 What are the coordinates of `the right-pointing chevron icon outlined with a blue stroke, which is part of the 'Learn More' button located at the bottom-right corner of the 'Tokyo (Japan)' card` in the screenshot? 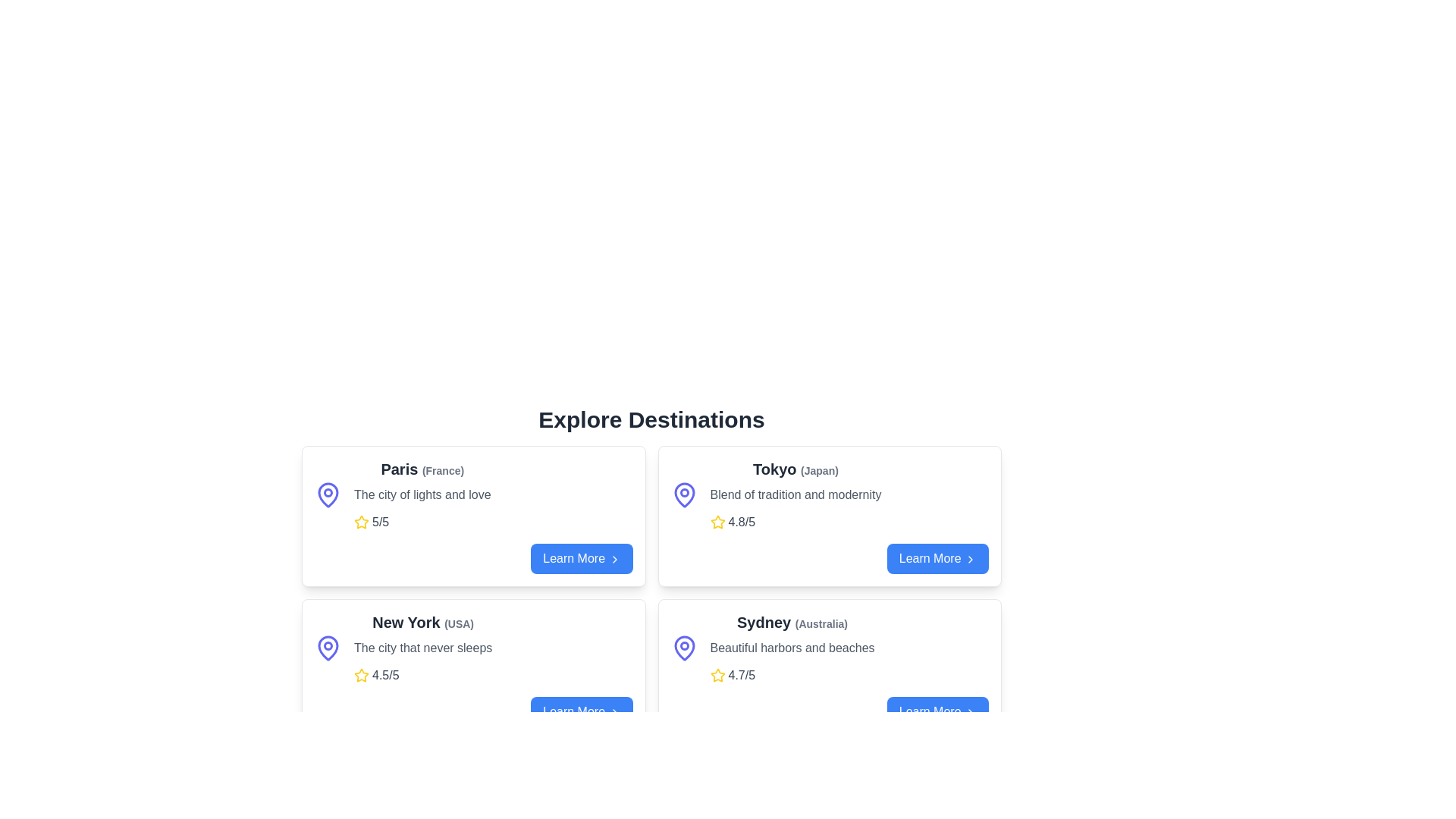 It's located at (971, 559).